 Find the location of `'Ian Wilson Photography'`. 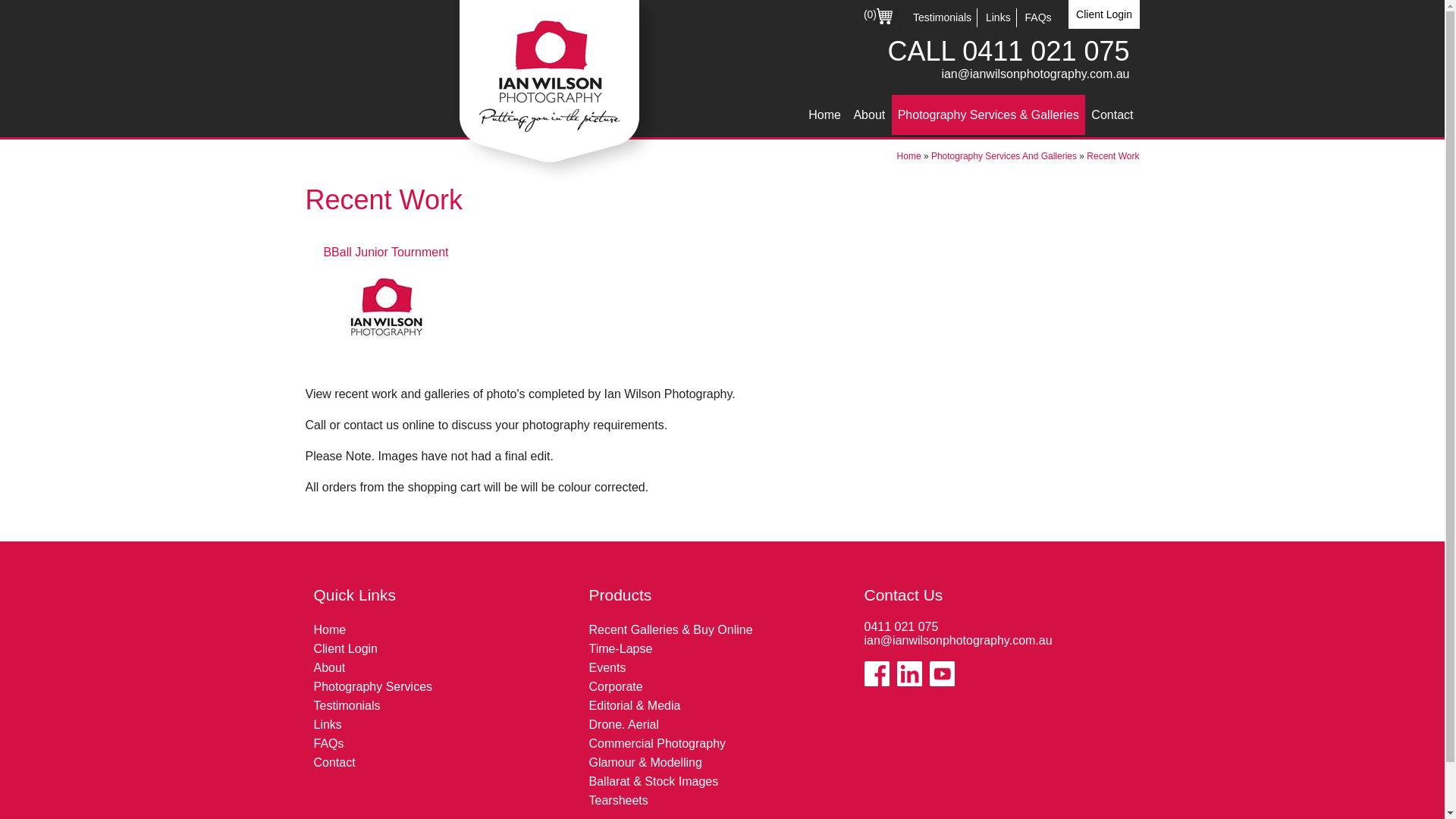

'Ian Wilson Photography' is located at coordinates (458, 81).